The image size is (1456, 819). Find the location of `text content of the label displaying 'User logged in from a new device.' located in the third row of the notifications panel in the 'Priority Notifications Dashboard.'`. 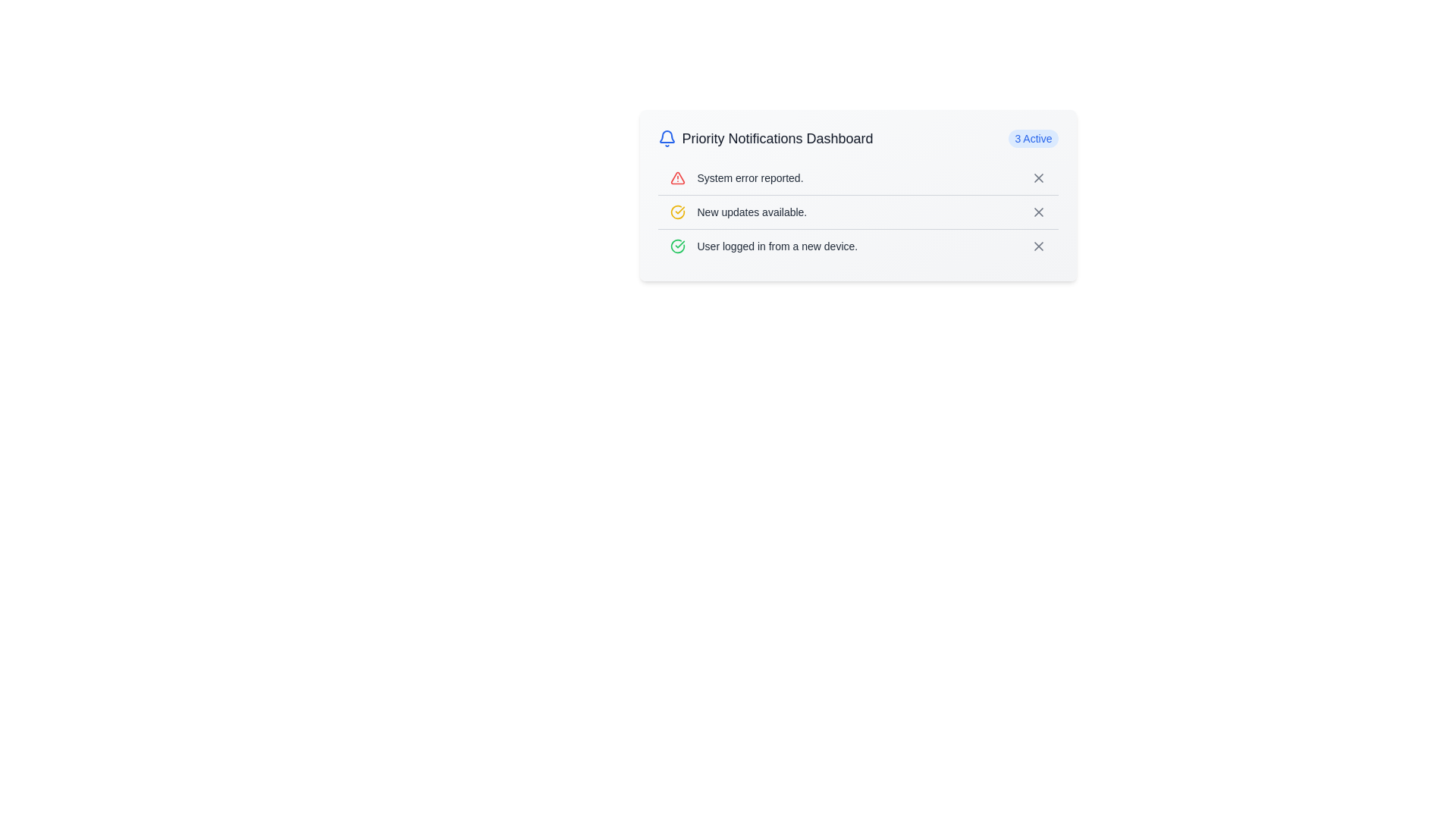

text content of the label displaying 'User logged in from a new device.' located in the third row of the notifications panel in the 'Priority Notifications Dashboard.' is located at coordinates (777, 245).